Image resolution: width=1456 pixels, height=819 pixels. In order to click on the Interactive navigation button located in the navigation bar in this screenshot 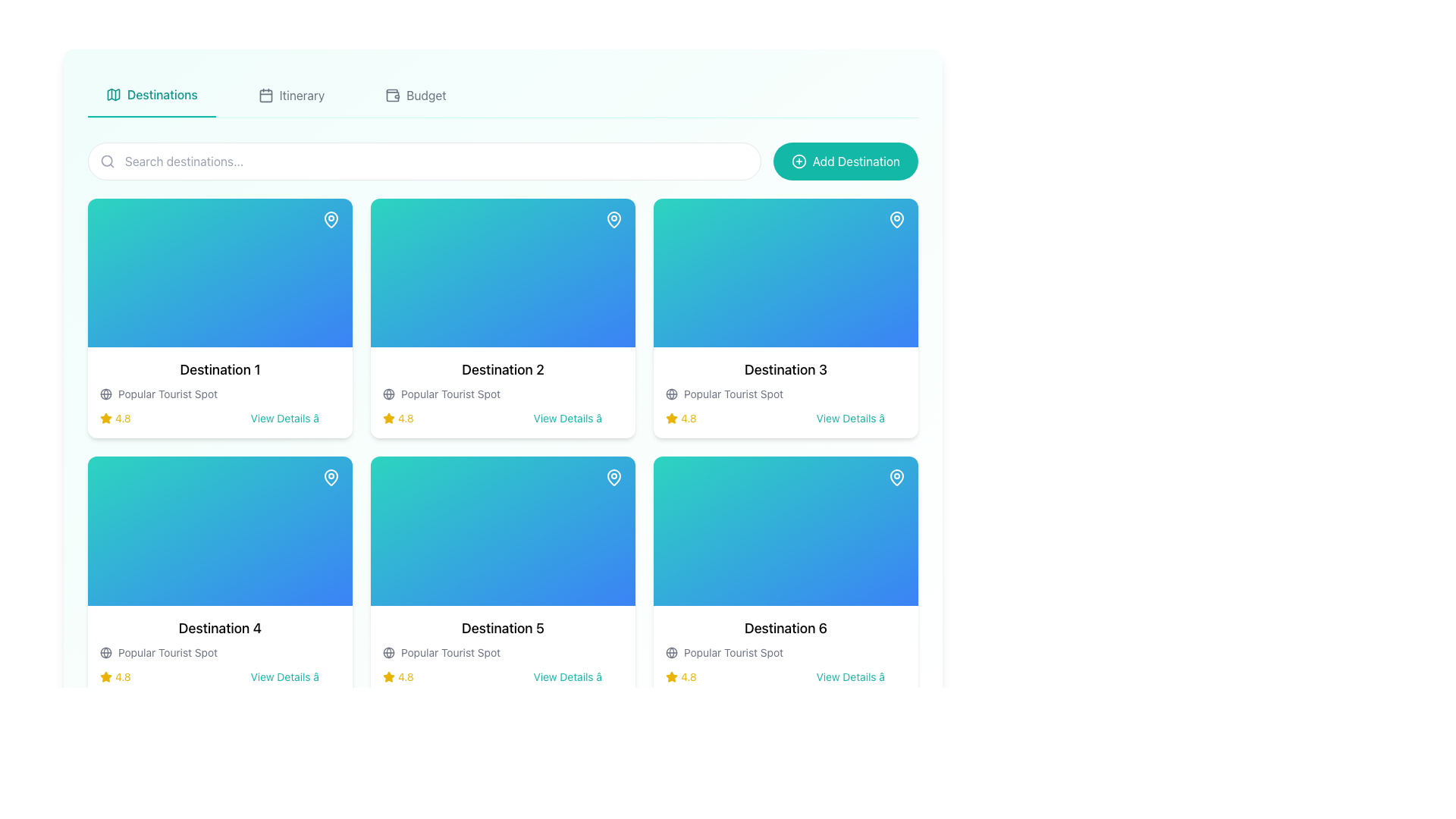, I will do `click(291, 96)`.